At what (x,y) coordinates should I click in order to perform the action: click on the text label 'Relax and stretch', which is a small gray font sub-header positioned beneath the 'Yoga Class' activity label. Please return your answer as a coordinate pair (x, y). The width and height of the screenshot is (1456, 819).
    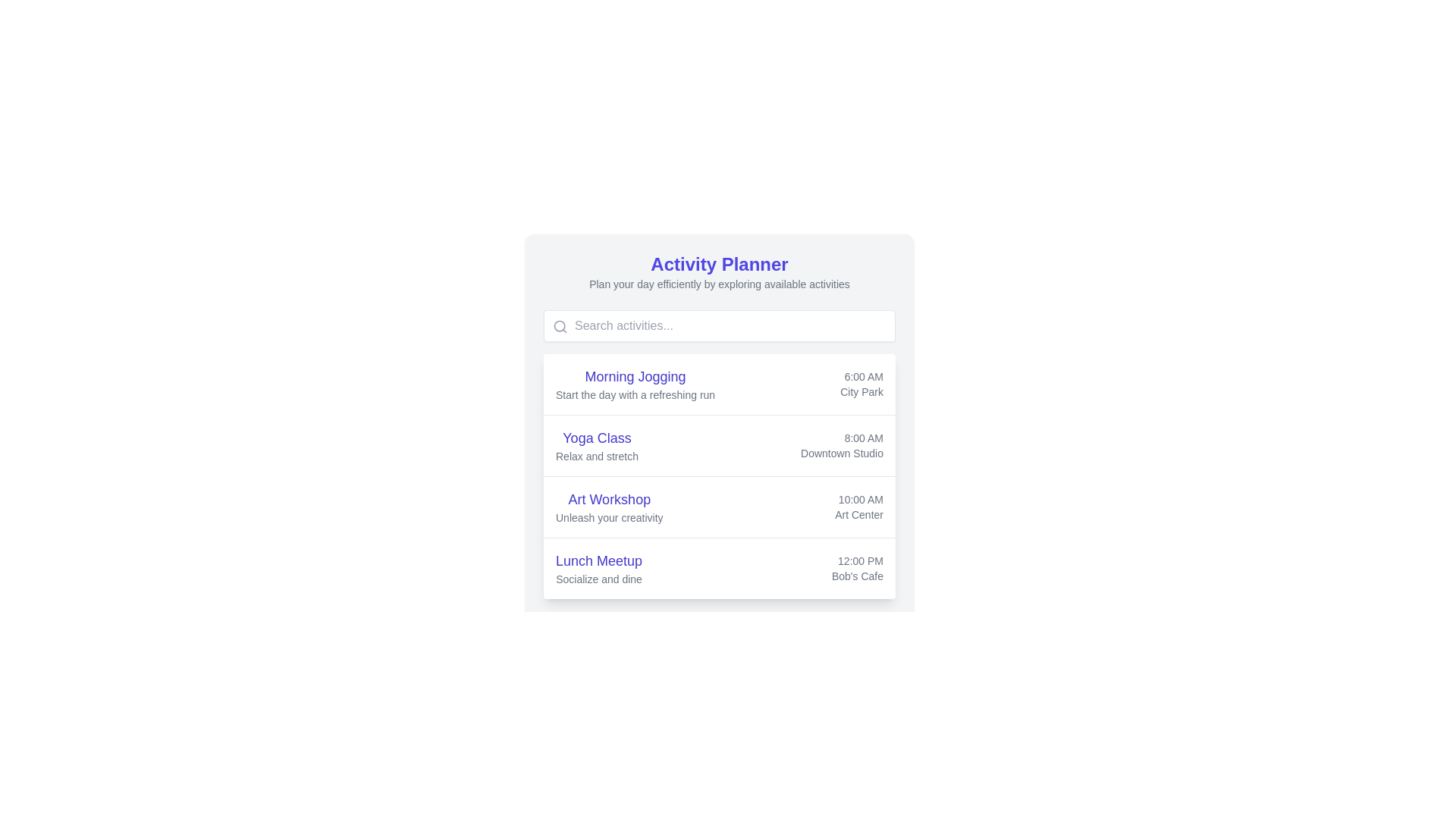
    Looking at the image, I should click on (596, 455).